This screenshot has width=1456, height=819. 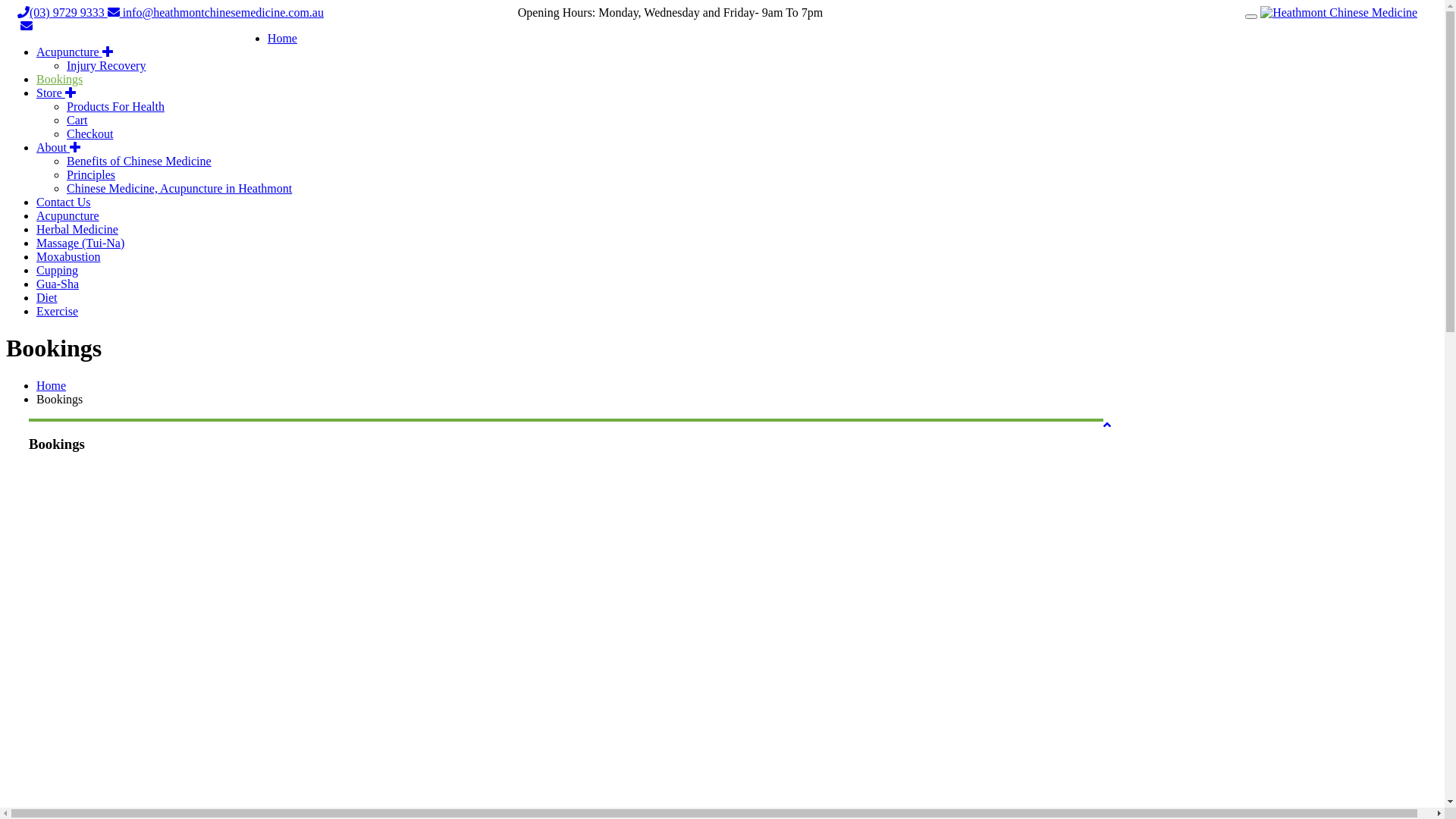 I want to click on 'info@heathmontchinesemedicine.com.au', so click(x=215, y=12).